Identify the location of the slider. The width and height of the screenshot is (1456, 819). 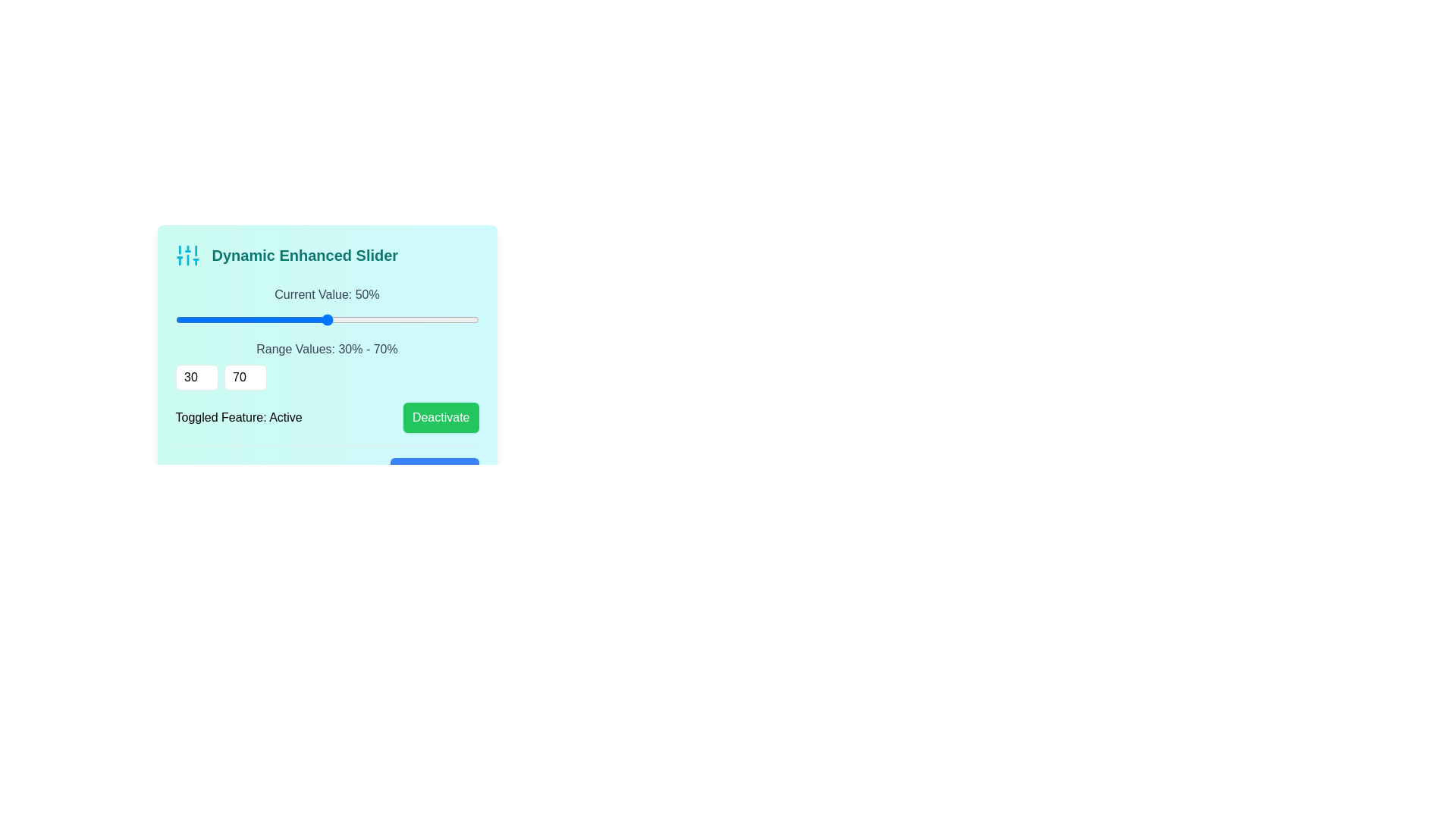
(311, 318).